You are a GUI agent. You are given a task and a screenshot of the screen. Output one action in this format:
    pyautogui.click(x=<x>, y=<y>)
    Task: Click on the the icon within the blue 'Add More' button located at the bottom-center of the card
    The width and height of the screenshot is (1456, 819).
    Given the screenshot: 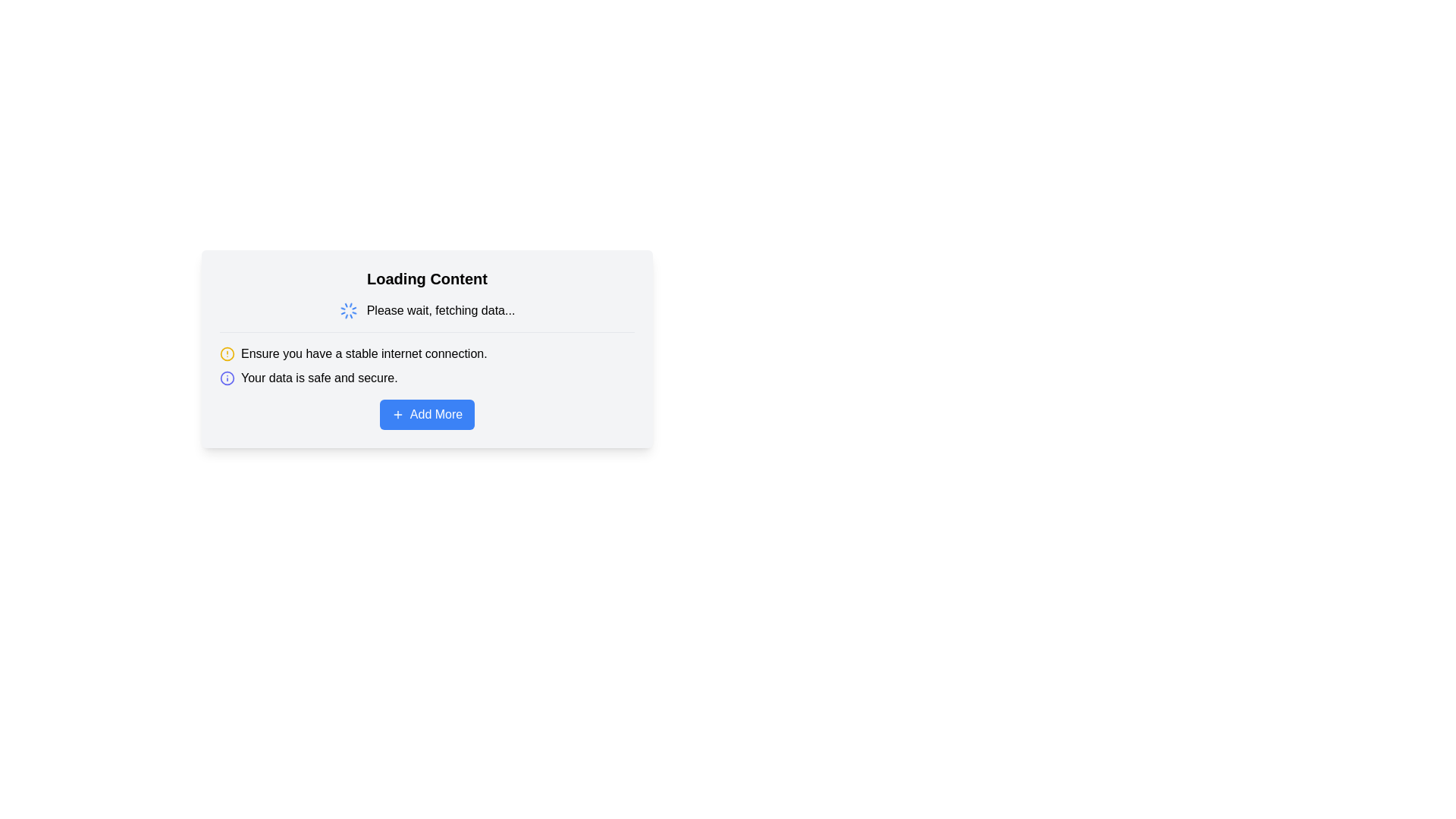 What is the action you would take?
    pyautogui.click(x=397, y=415)
    